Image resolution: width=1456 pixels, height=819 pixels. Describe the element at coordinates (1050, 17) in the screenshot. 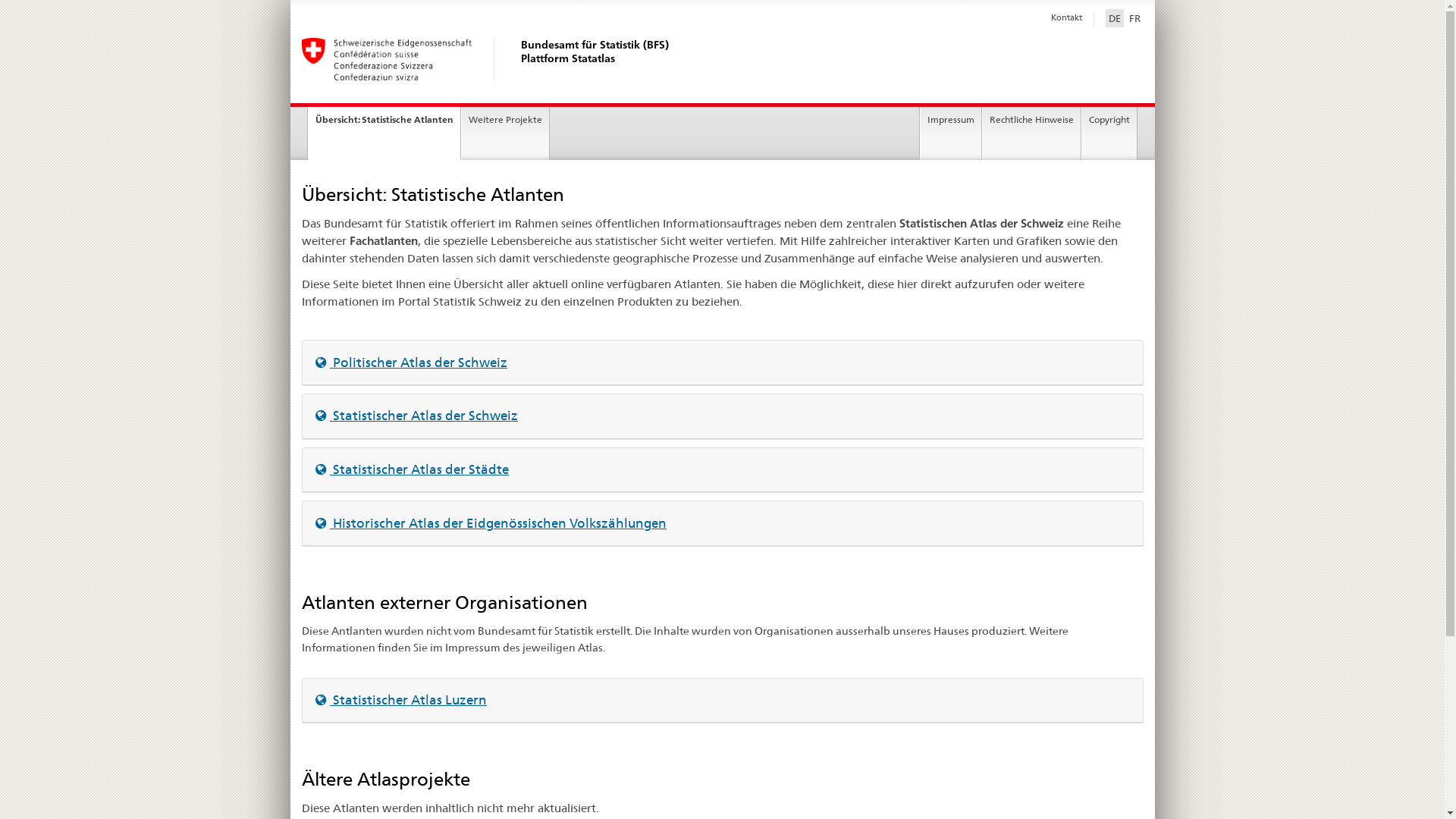

I see `'Kontakt'` at that location.